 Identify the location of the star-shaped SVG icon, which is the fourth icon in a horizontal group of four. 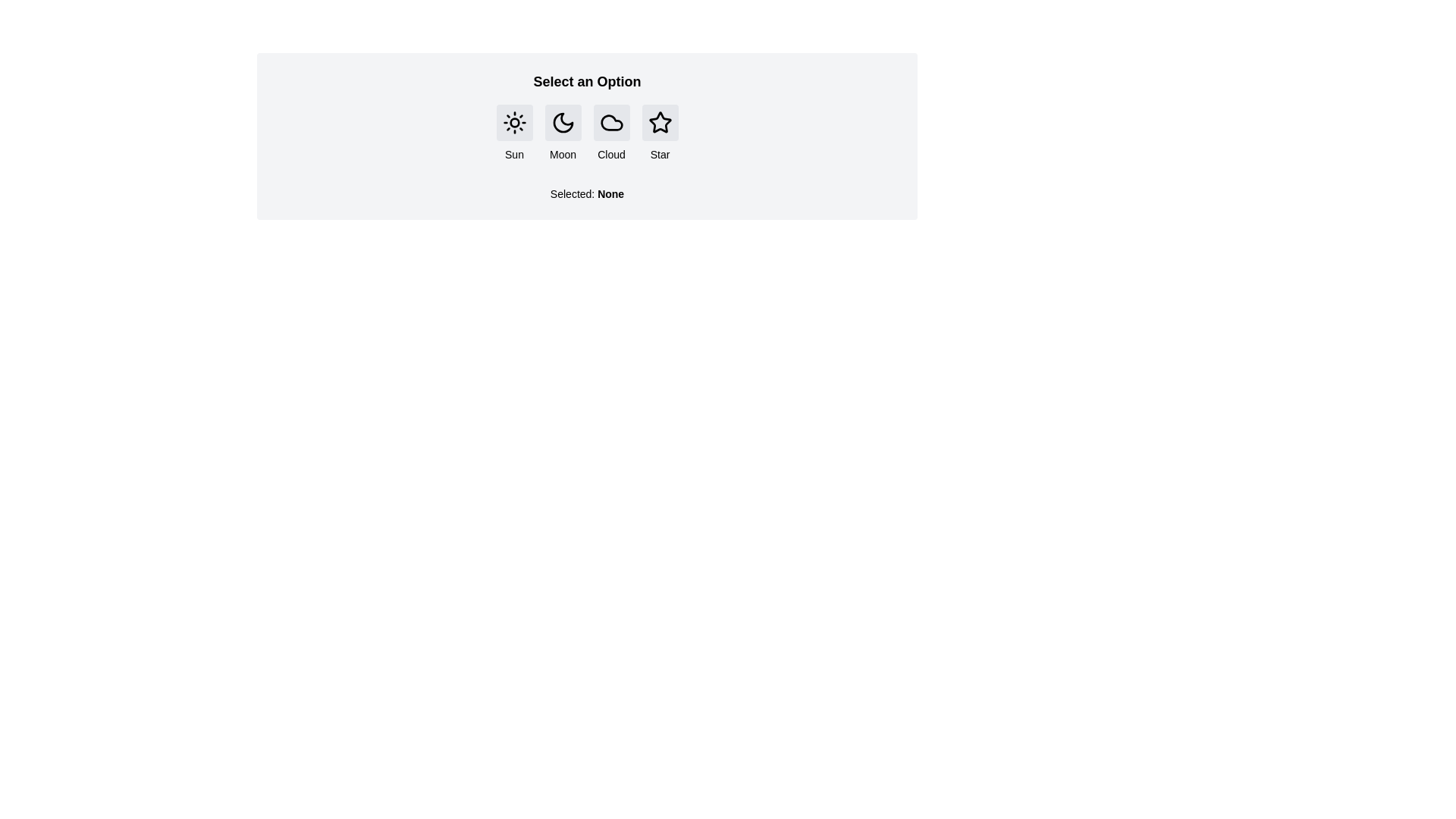
(660, 121).